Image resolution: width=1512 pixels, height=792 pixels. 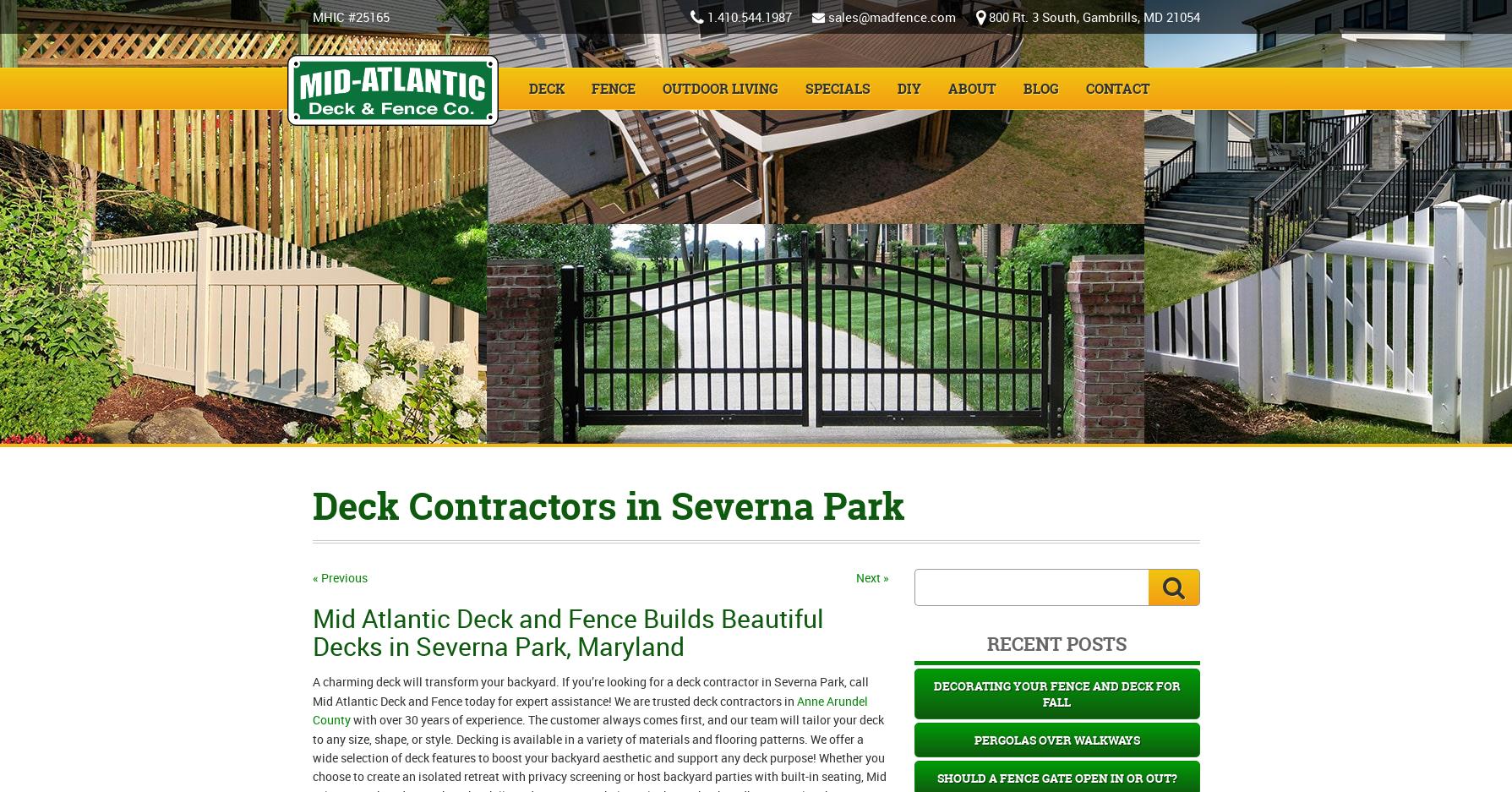 I want to click on 'Fence', so click(x=613, y=88).